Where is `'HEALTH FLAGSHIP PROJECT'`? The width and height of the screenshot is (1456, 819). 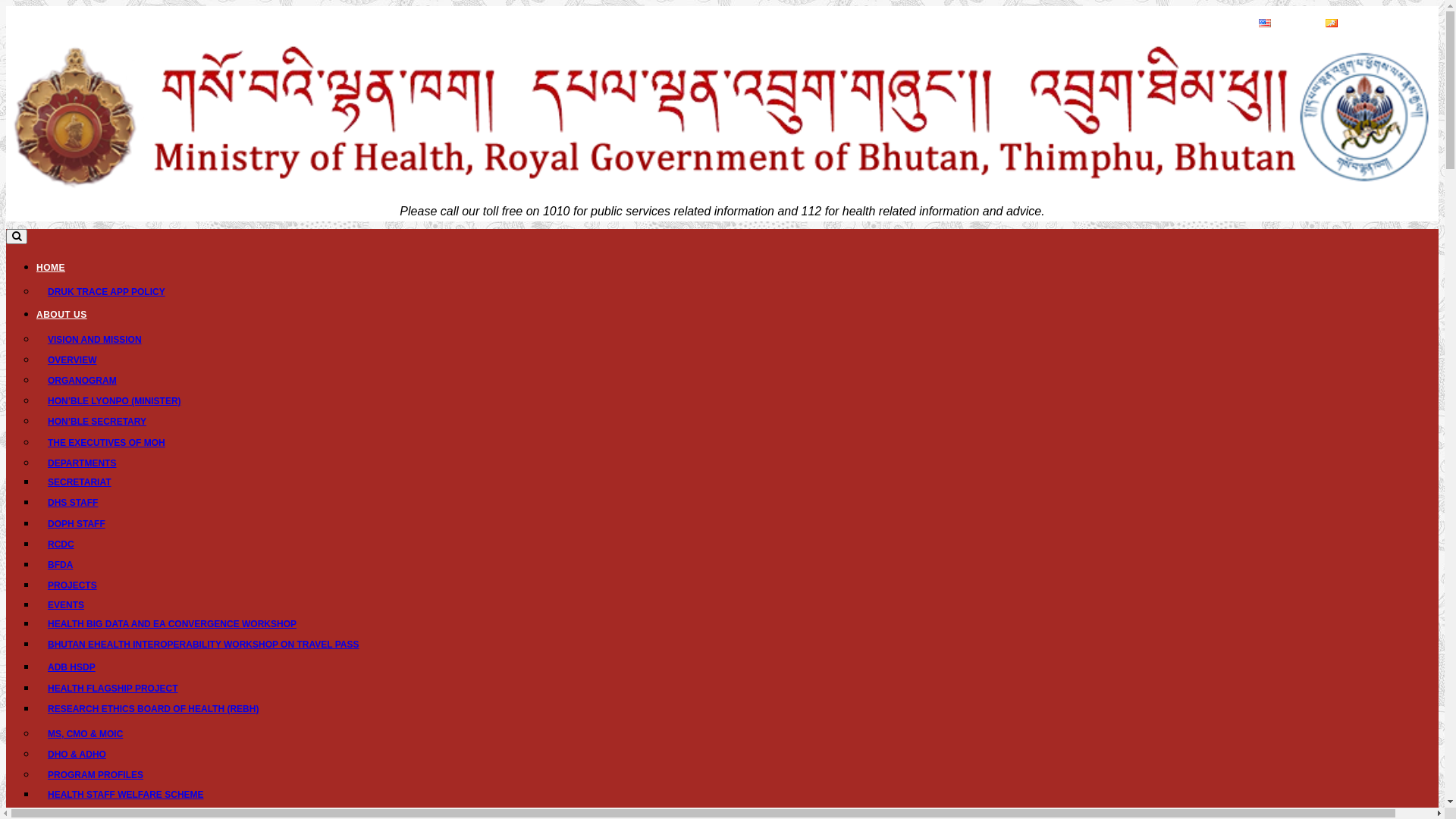 'HEALTH FLAGSHIP PROJECT' is located at coordinates (36, 688).